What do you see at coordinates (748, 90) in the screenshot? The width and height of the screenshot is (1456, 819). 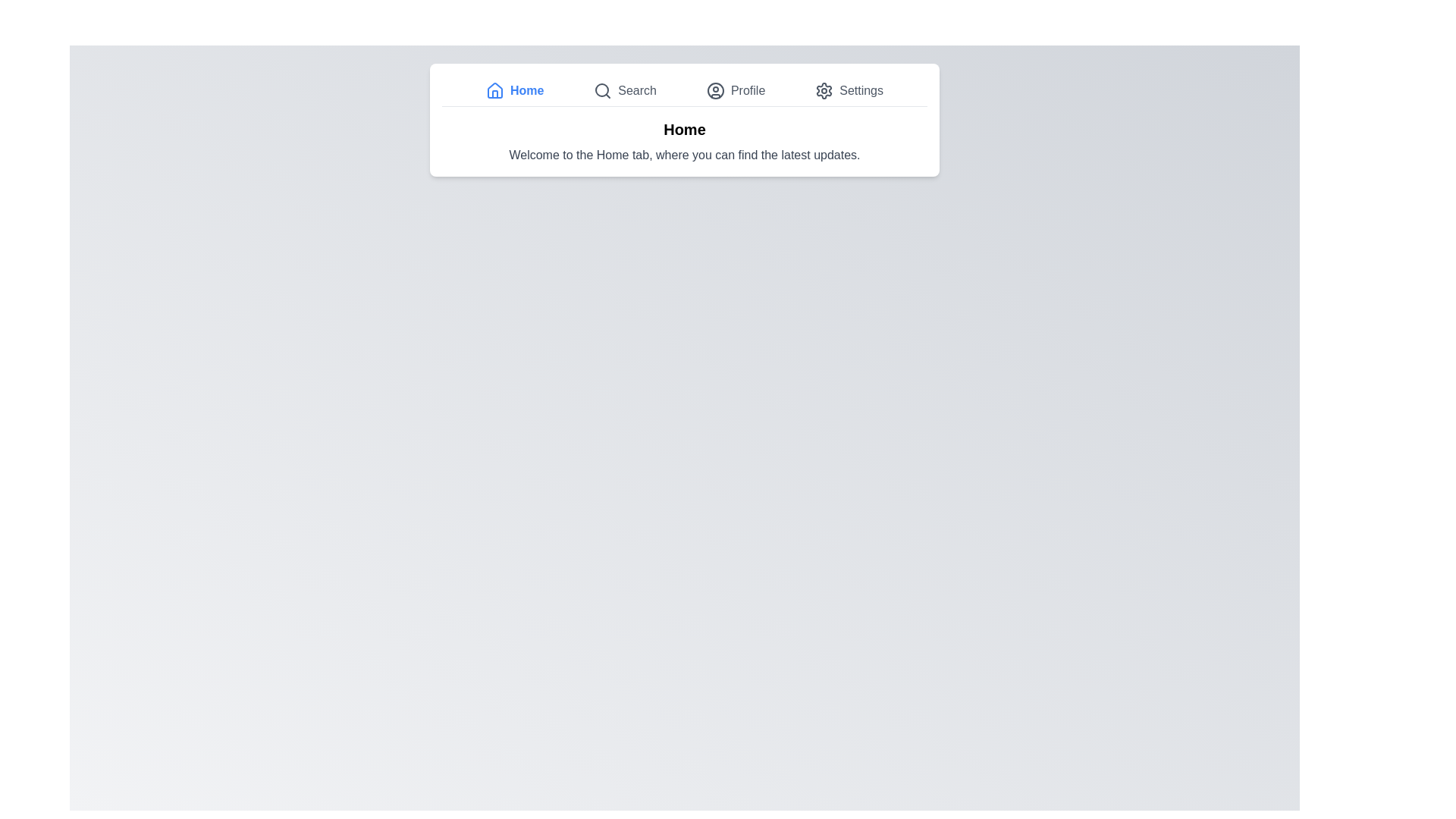 I see `the 'Profile' text label located within the navigation bar at the top of the page` at bounding box center [748, 90].